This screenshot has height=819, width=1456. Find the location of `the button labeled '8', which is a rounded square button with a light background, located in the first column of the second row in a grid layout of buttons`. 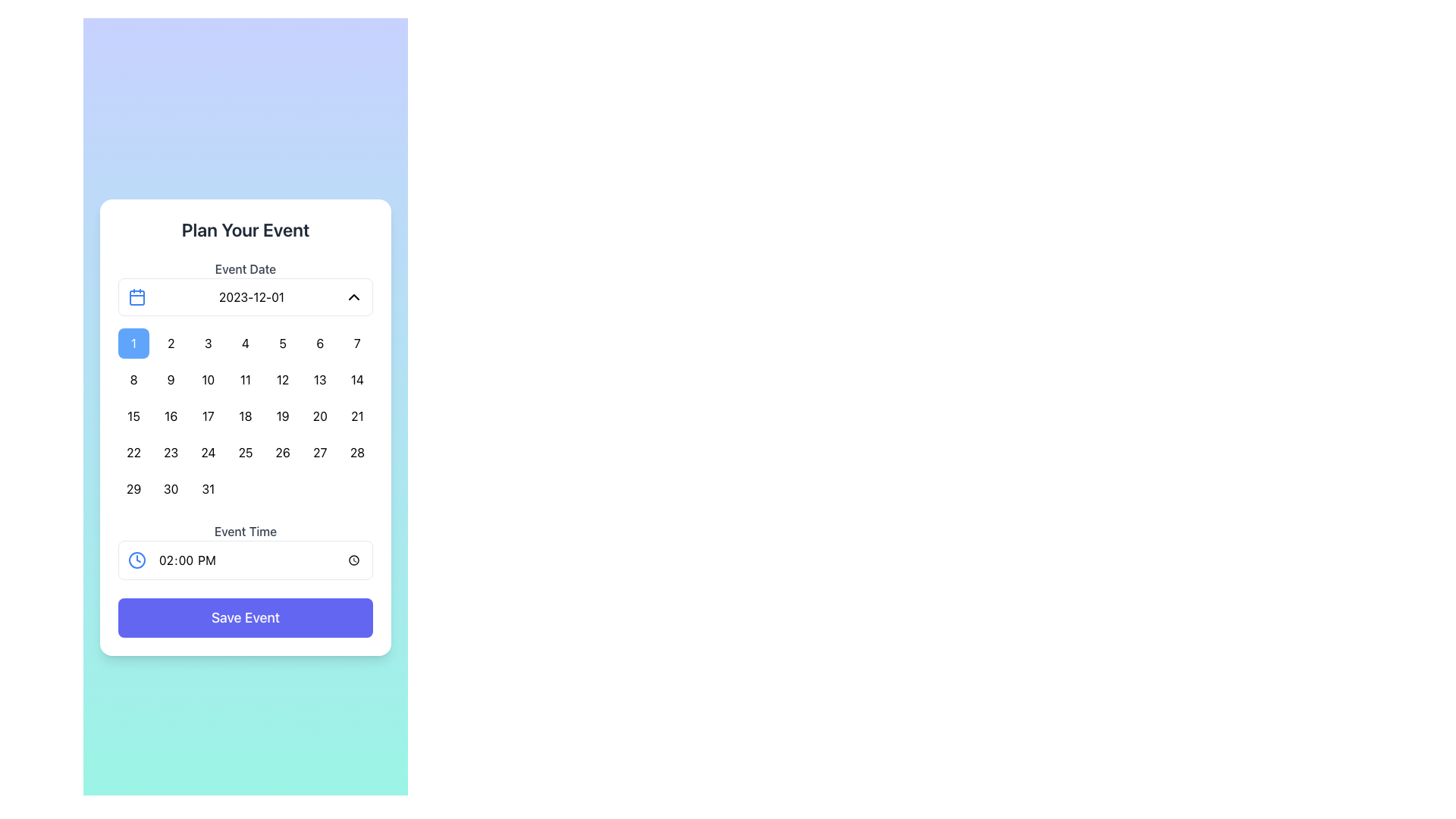

the button labeled '8', which is a rounded square button with a light background, located in the first column of the second row in a grid layout of buttons is located at coordinates (133, 379).